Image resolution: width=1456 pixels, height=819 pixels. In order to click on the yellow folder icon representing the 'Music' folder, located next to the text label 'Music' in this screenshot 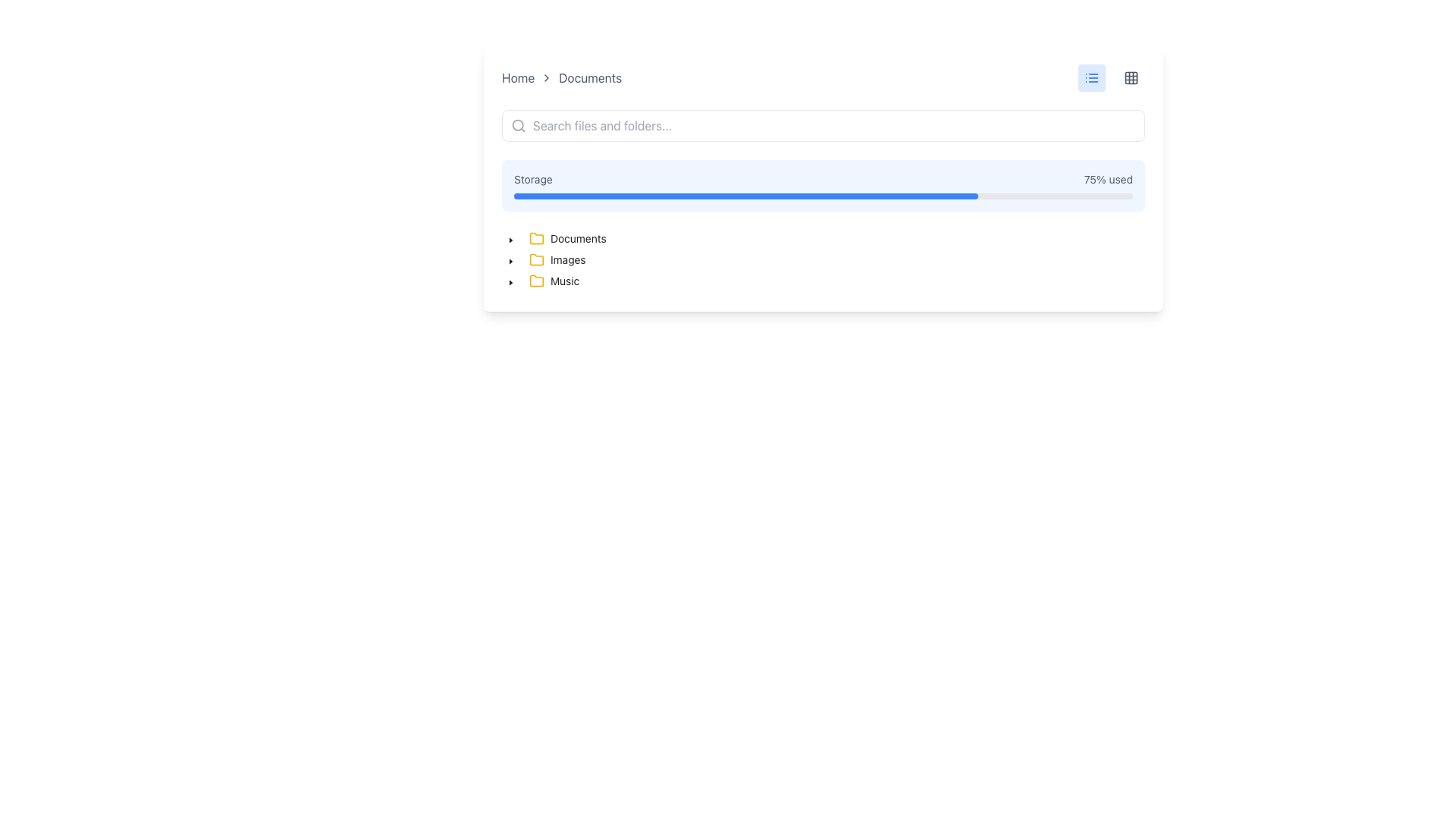, I will do `click(537, 281)`.